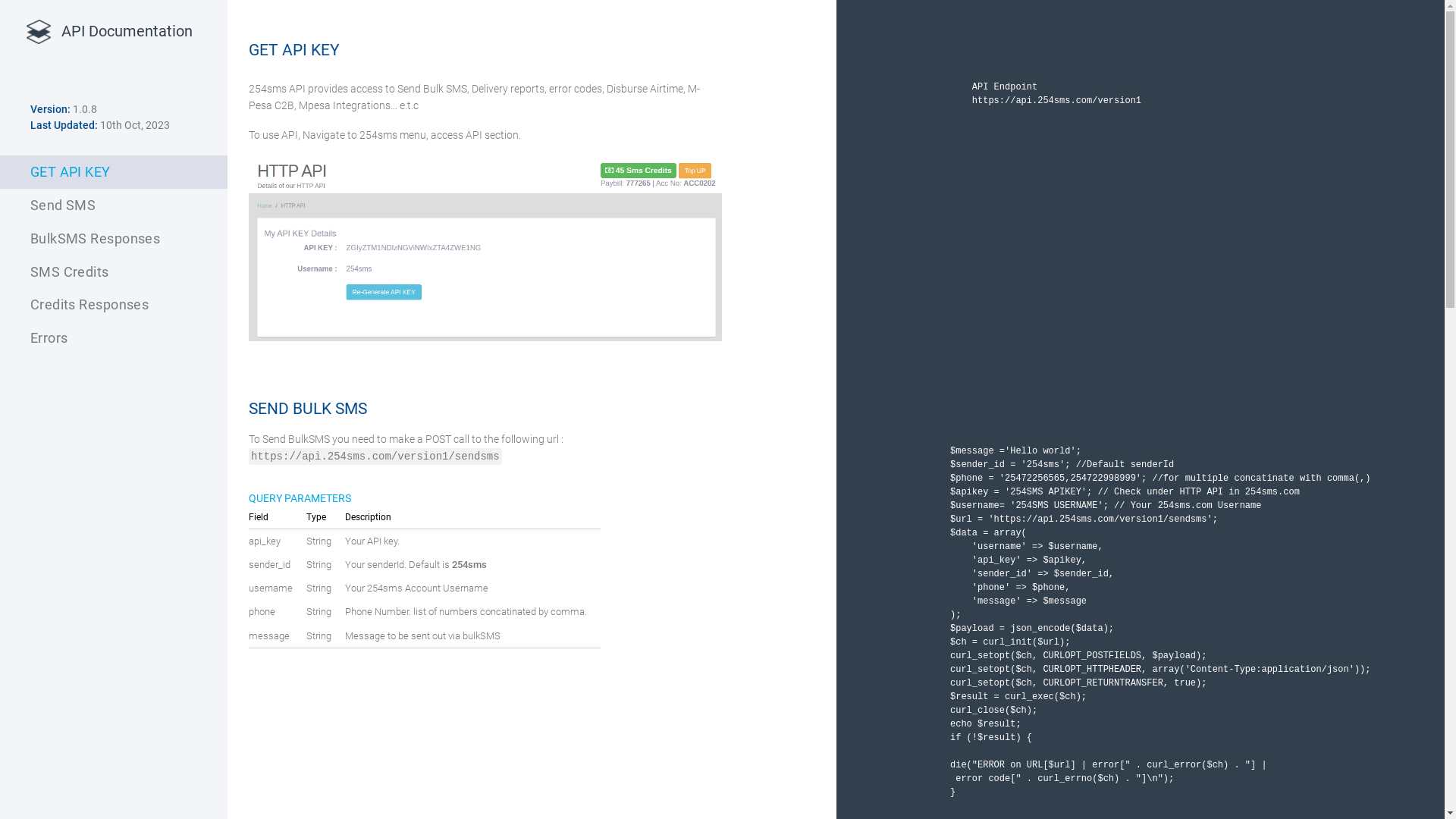 The height and width of the screenshot is (819, 1456). Describe the element at coordinates (112, 171) in the screenshot. I see `'GET API KEY'` at that location.